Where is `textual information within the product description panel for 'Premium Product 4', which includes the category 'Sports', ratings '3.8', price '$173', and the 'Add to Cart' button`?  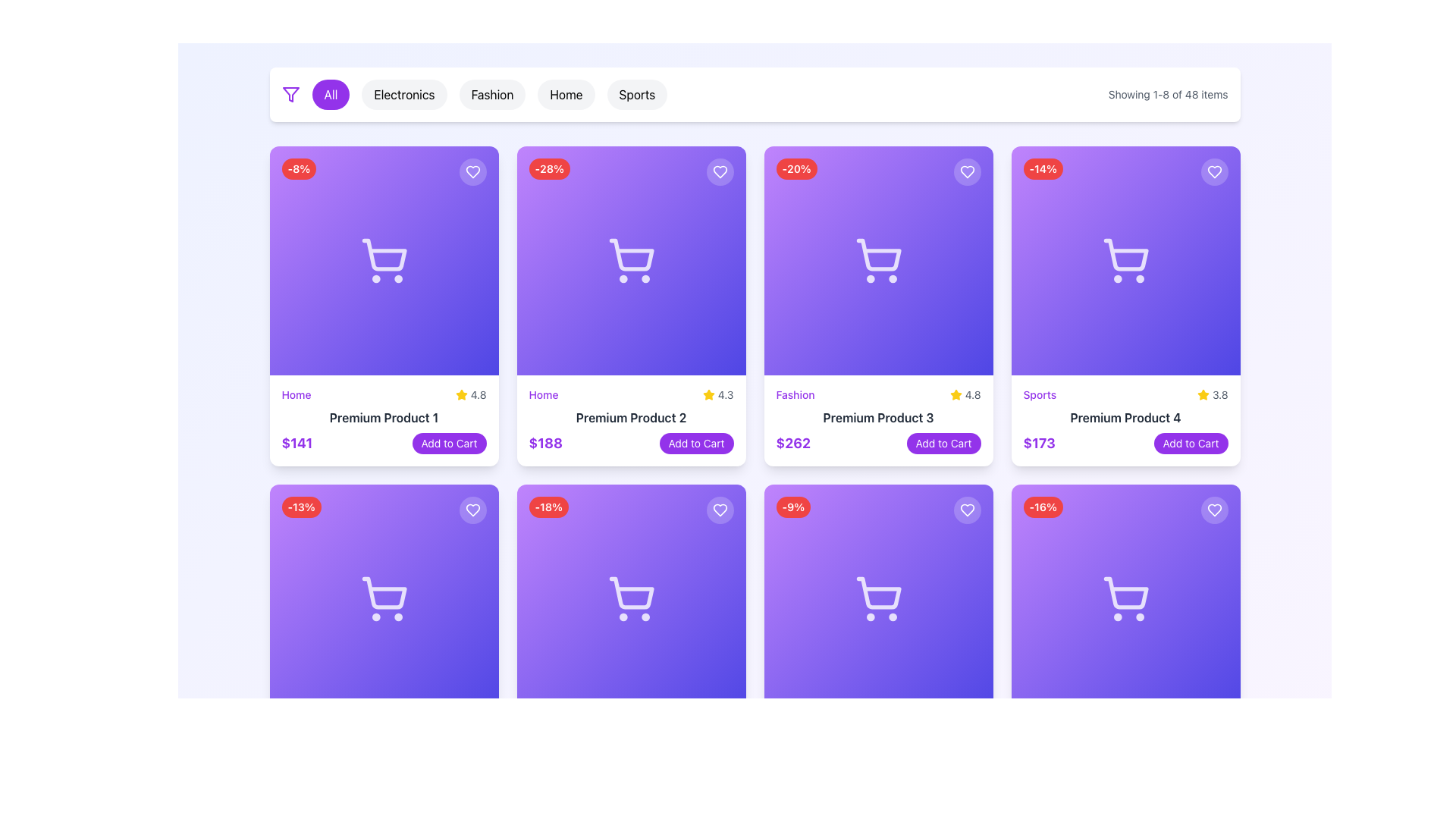
textual information within the product description panel for 'Premium Product 4', which includes the category 'Sports', ratings '3.8', price '$173', and the 'Add to Cart' button is located at coordinates (1125, 421).